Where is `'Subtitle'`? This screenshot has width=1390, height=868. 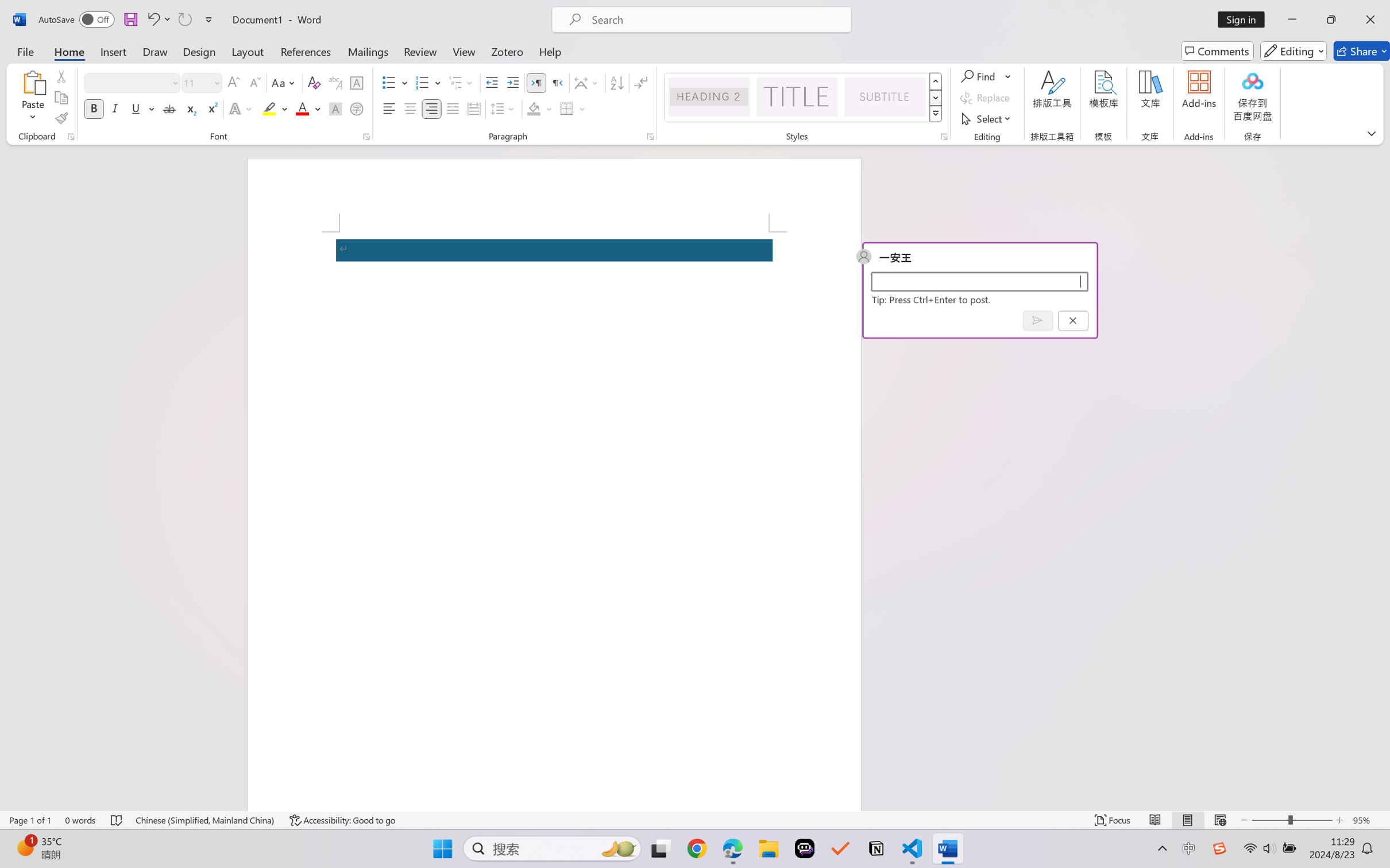 'Subtitle' is located at coordinates (885, 96).